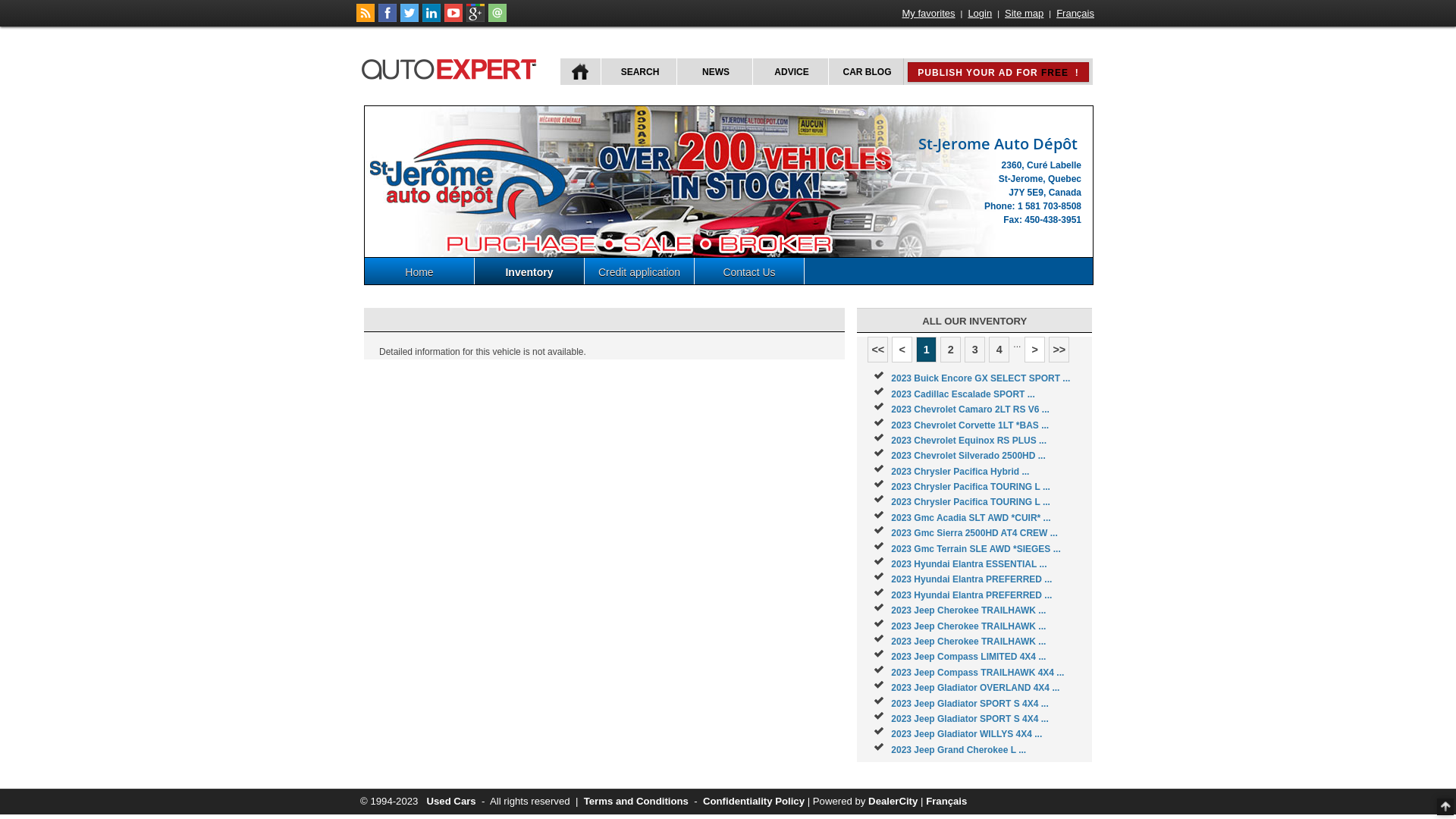 This screenshot has width=1456, height=819. Describe the element at coordinates (365, 18) in the screenshot. I see `'Follow car news on autoExpert.ca'` at that location.